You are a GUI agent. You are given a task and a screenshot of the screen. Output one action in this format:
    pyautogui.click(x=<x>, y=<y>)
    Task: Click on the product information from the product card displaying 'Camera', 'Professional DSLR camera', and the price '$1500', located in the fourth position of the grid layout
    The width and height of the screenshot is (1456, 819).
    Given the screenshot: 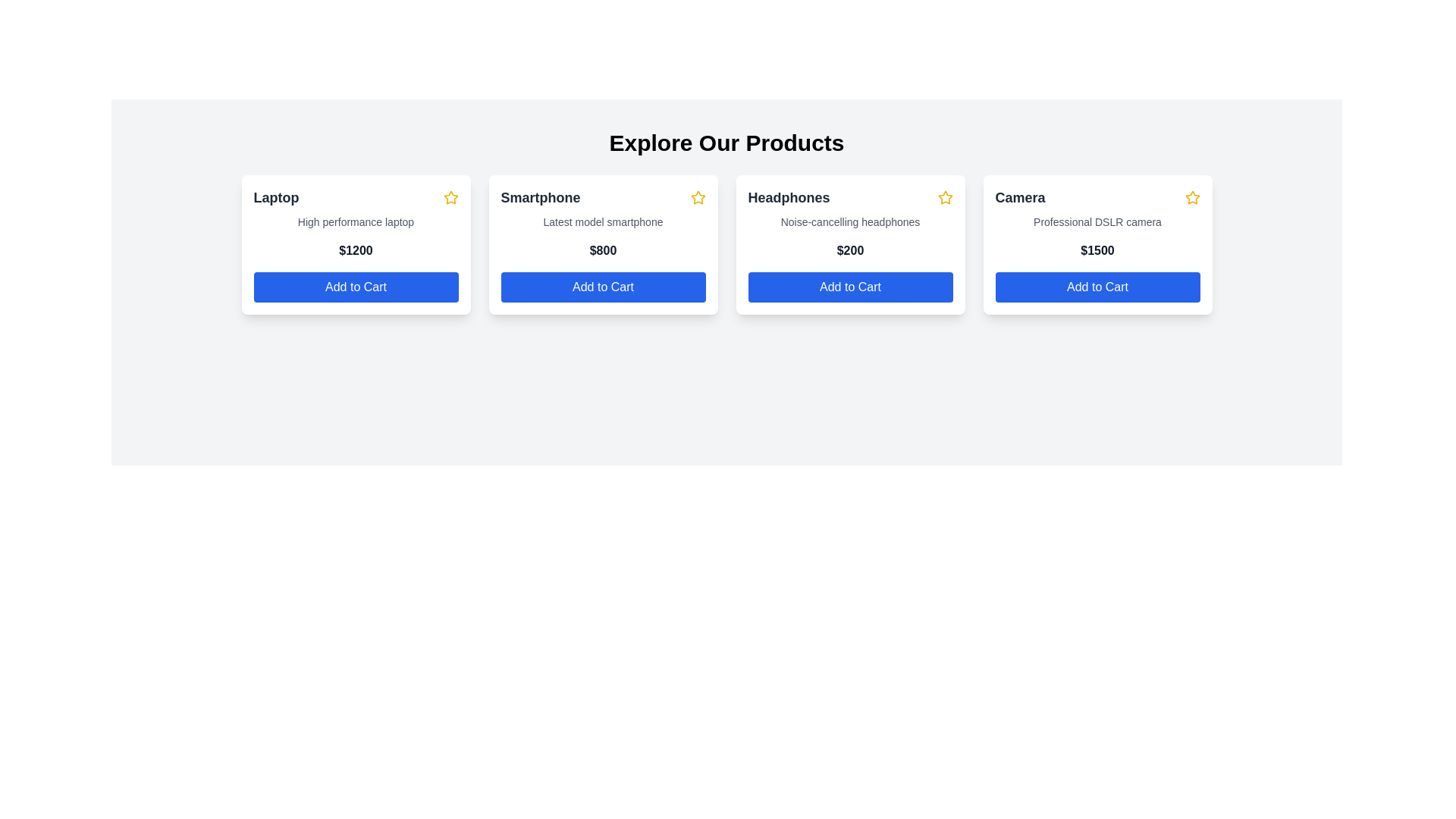 What is the action you would take?
    pyautogui.click(x=1097, y=244)
    